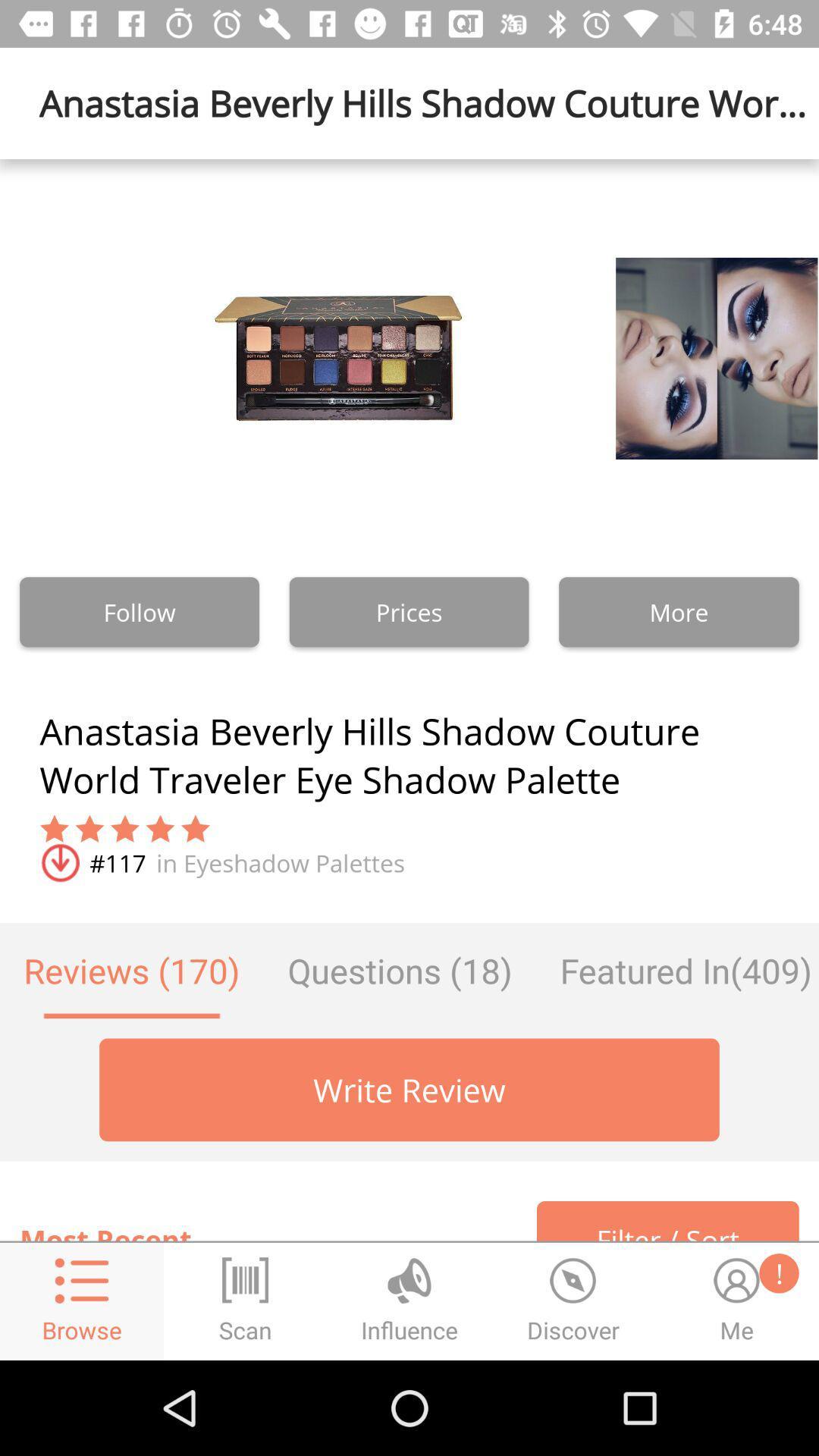 The image size is (819, 1456). Describe the element at coordinates (678, 612) in the screenshot. I see `the text which is to the right of prices` at that location.